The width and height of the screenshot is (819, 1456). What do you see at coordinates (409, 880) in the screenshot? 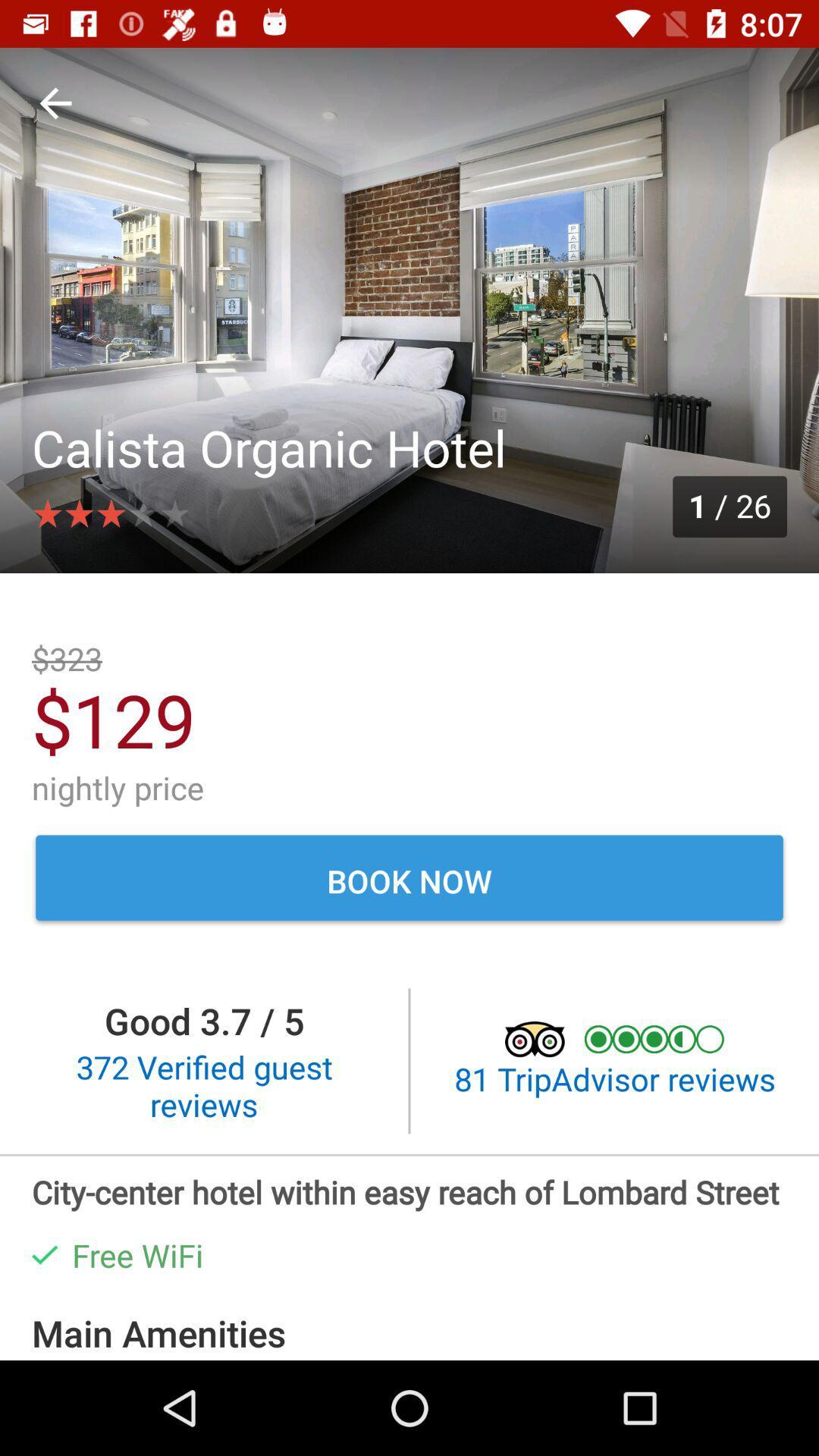
I see `the book now` at bounding box center [409, 880].